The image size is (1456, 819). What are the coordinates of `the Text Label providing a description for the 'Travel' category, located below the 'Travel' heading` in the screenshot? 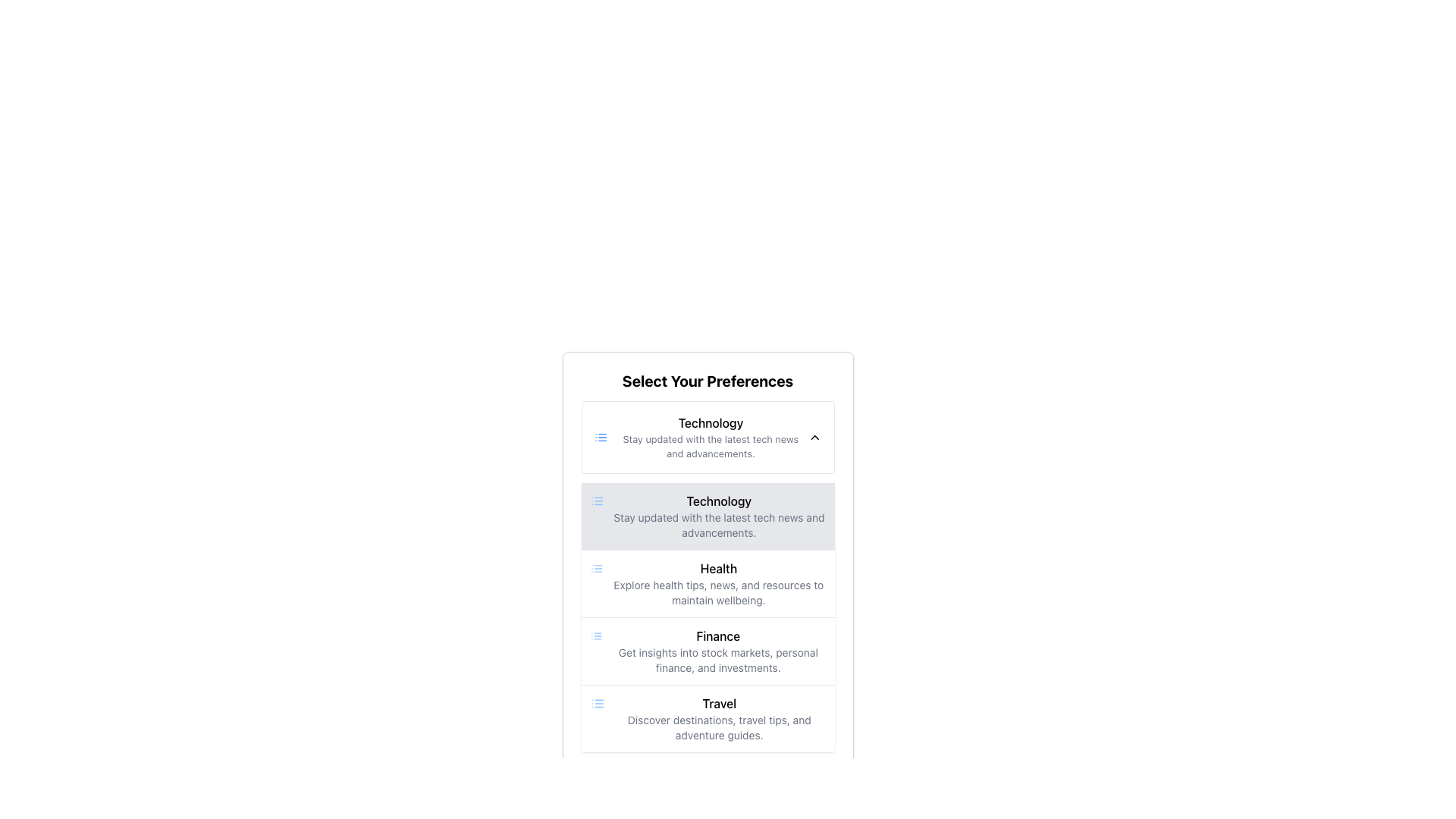 It's located at (718, 727).